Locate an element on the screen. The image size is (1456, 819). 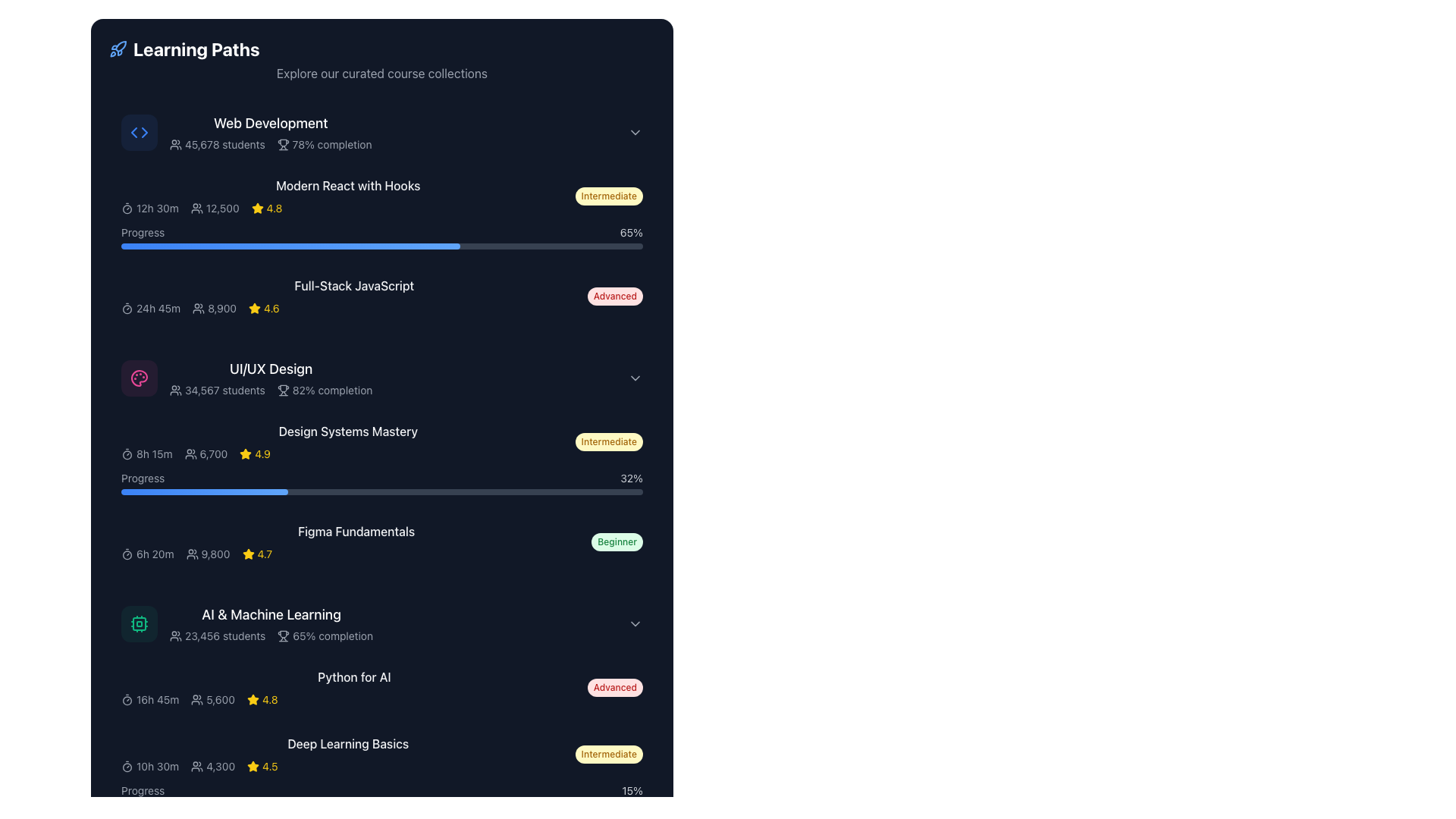
the trophy icon's cup section, which is part of the Web Development section under the Learning Paths header is located at coordinates (283, 143).